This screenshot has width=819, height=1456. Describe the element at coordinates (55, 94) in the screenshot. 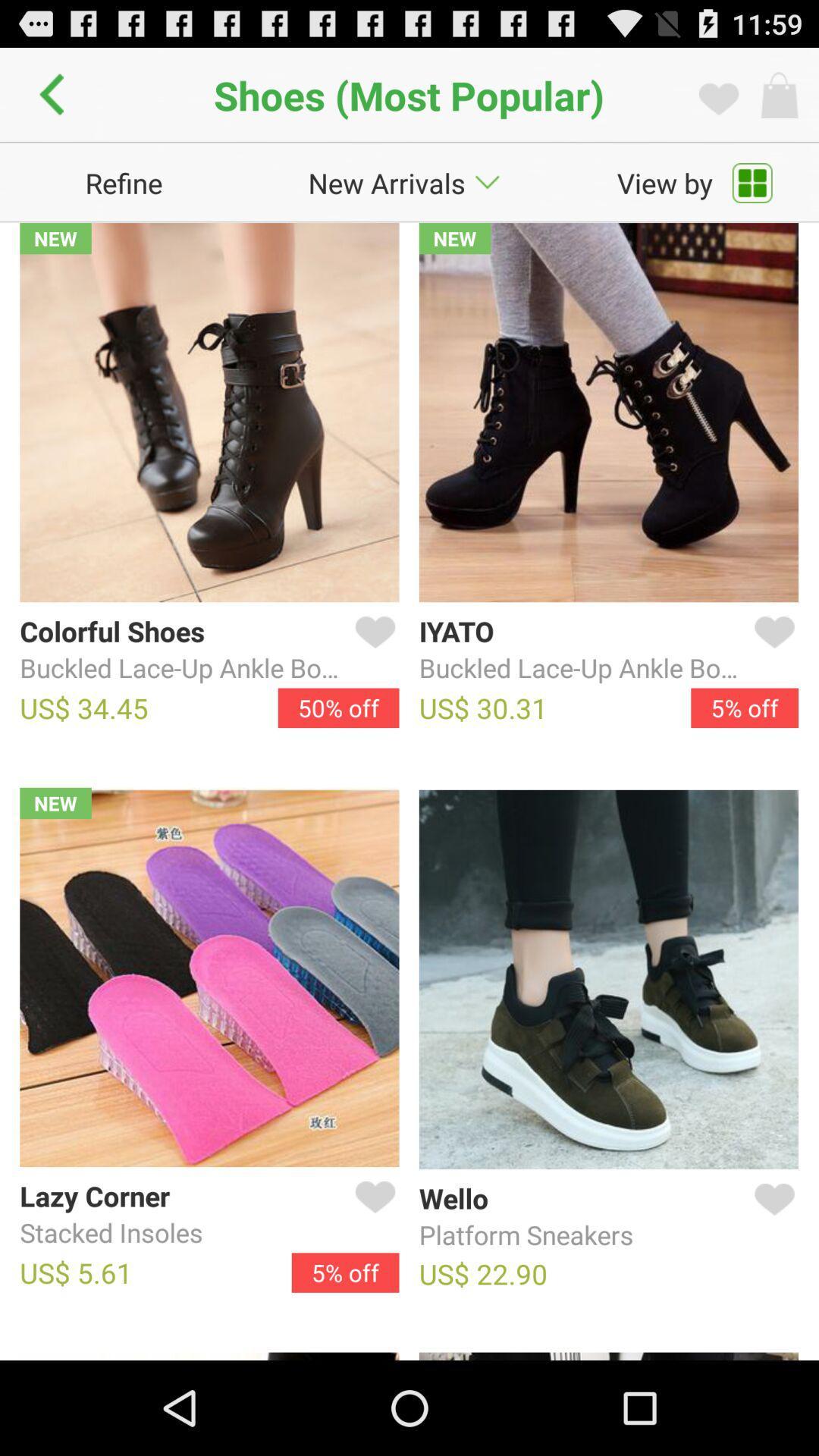

I see `app to the left of shoes (most popular) icon` at that location.